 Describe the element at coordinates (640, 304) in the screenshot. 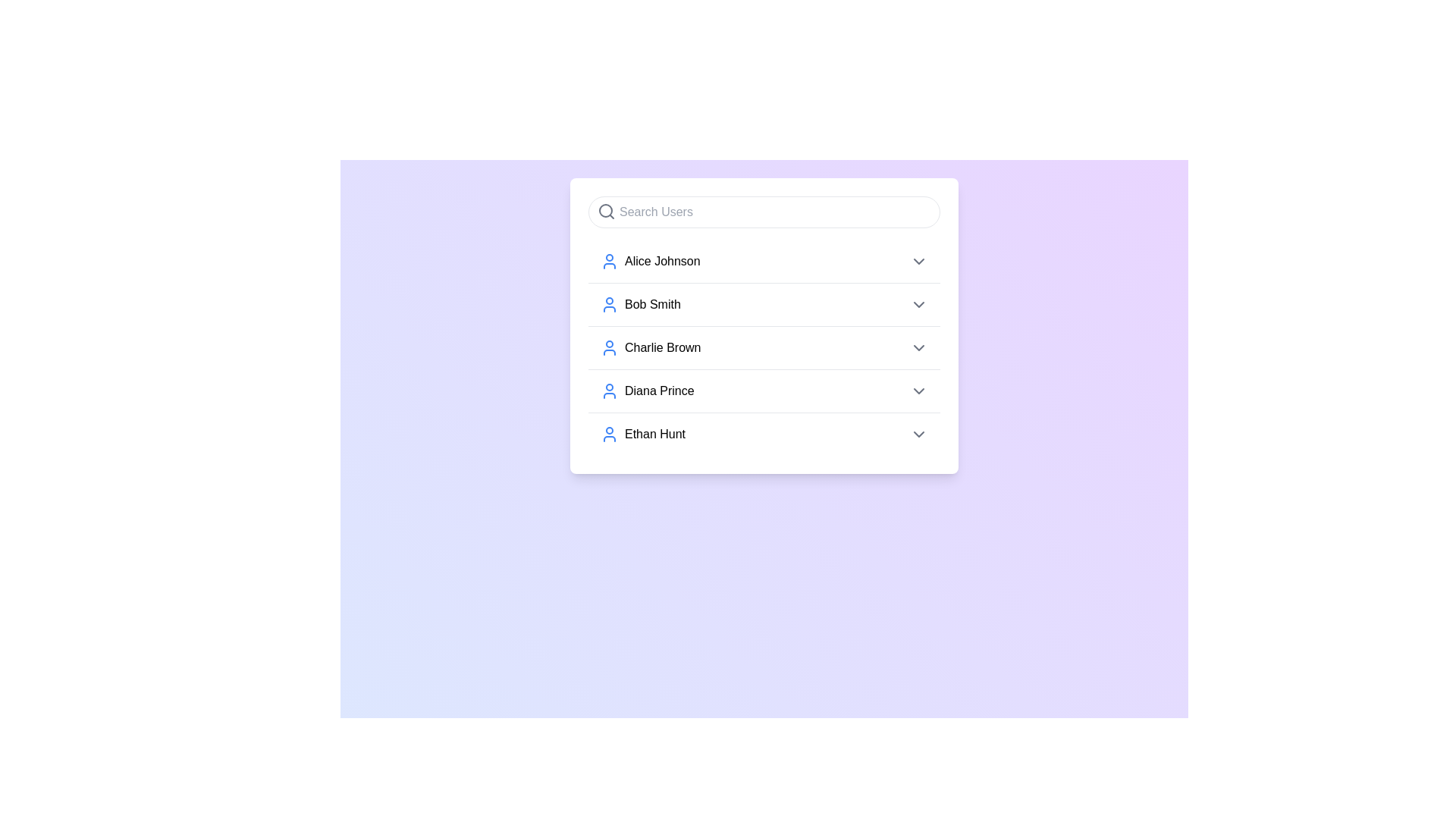

I see `the list item with the text 'Bob Smith' and a user icon` at that location.